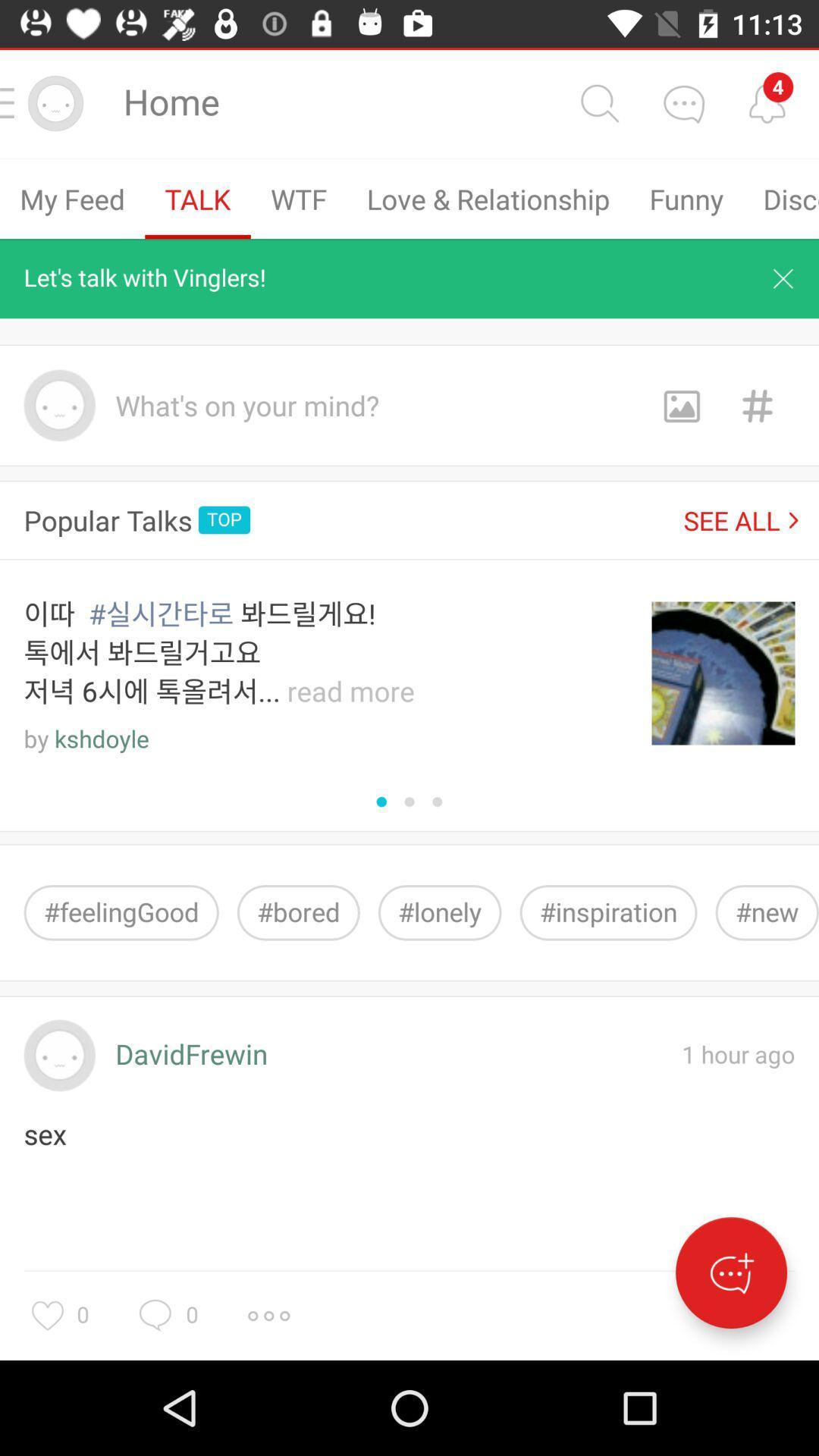  I want to click on the icon to the right of what s on icon, so click(680, 405).